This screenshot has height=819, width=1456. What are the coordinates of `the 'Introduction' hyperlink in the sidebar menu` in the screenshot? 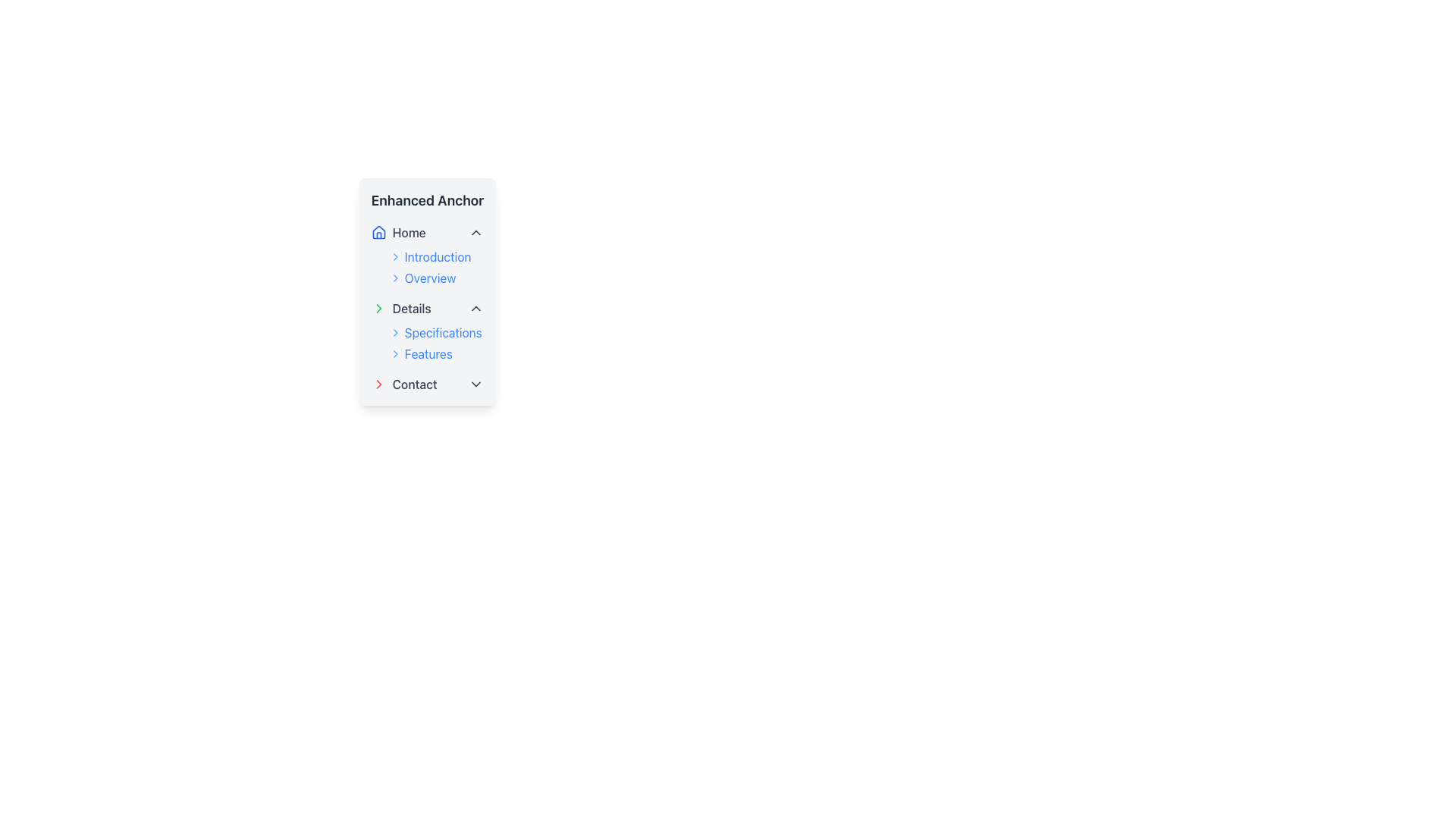 It's located at (436, 256).